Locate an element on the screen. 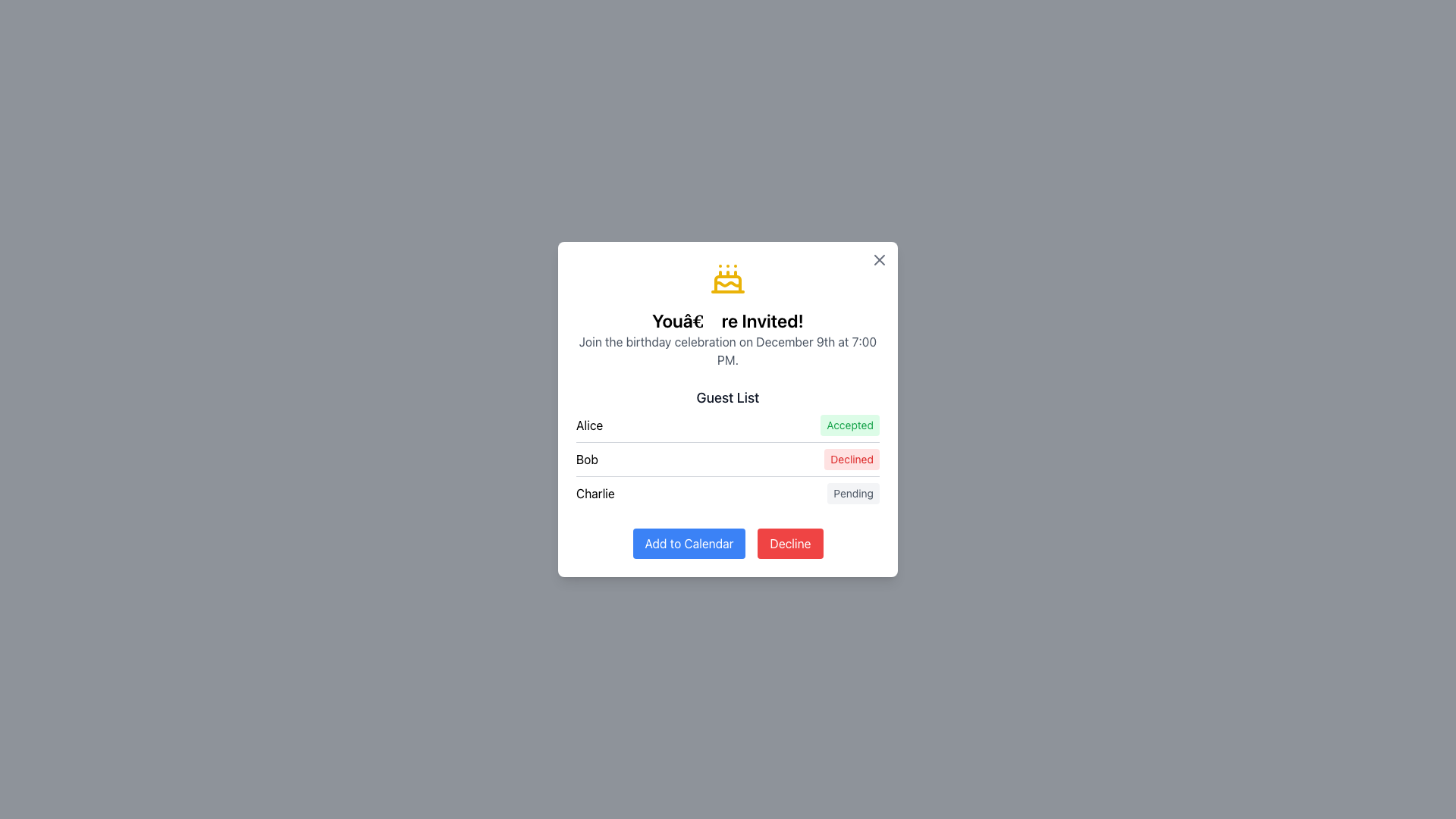 This screenshot has width=1456, height=819. the informative text block with a yellow cake icon that contains the heading 'You’re Invited!' and event details, located at the top-centered part of the modal is located at coordinates (728, 314).